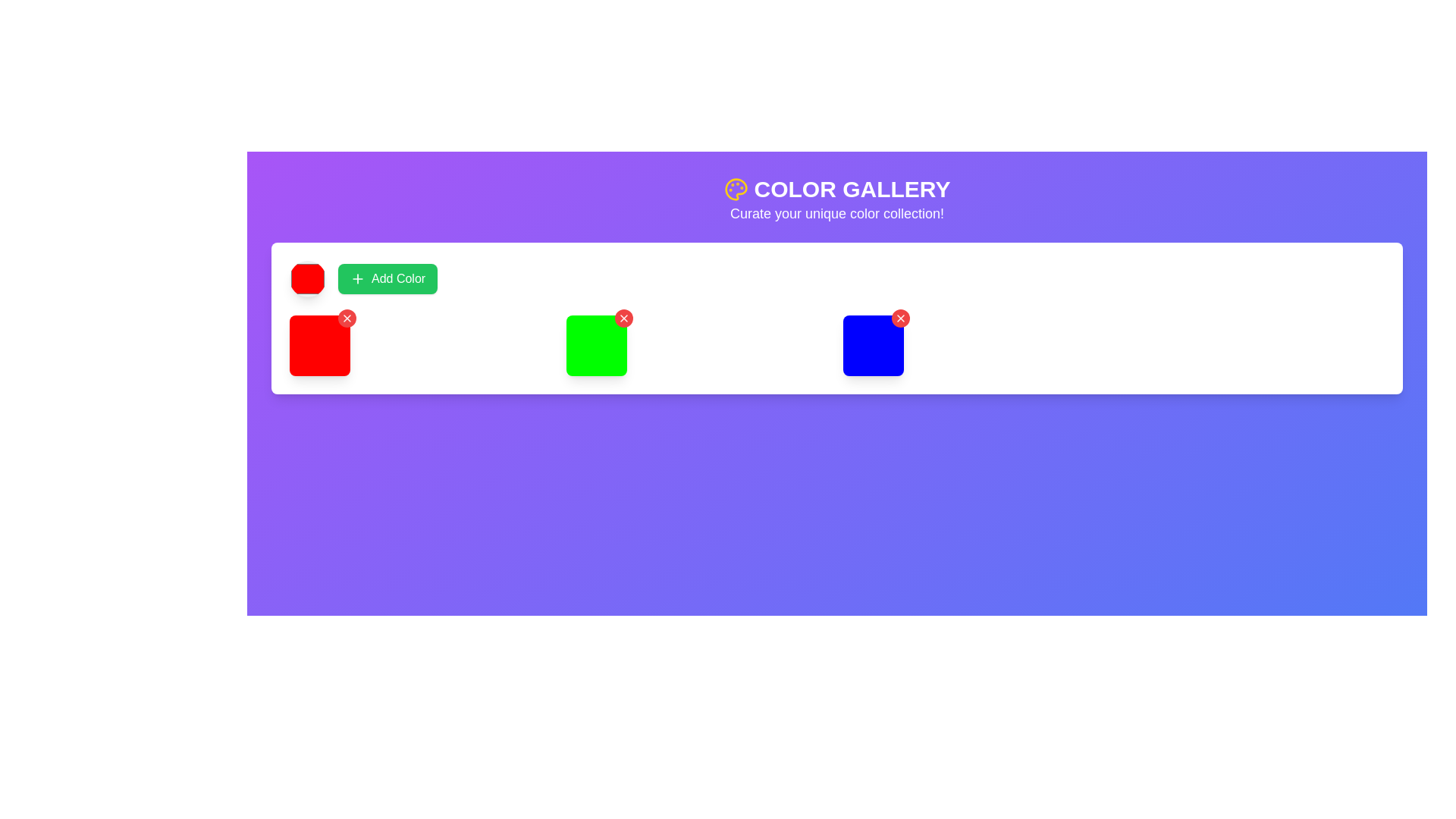 The image size is (1456, 819). Describe the element at coordinates (623, 318) in the screenshot. I see `the circular button with a red background and white 'X' symbol located at the top-right corner of the red square card` at that location.